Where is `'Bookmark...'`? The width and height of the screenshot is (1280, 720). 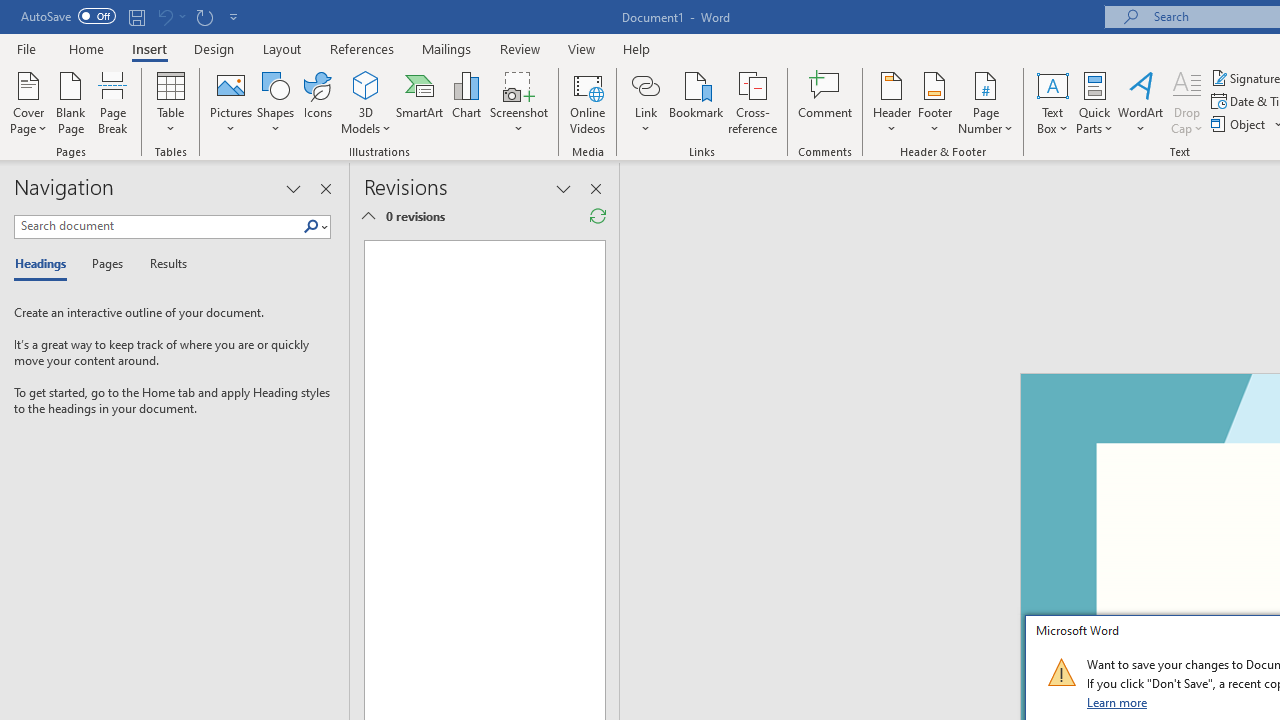
'Bookmark...' is located at coordinates (696, 103).